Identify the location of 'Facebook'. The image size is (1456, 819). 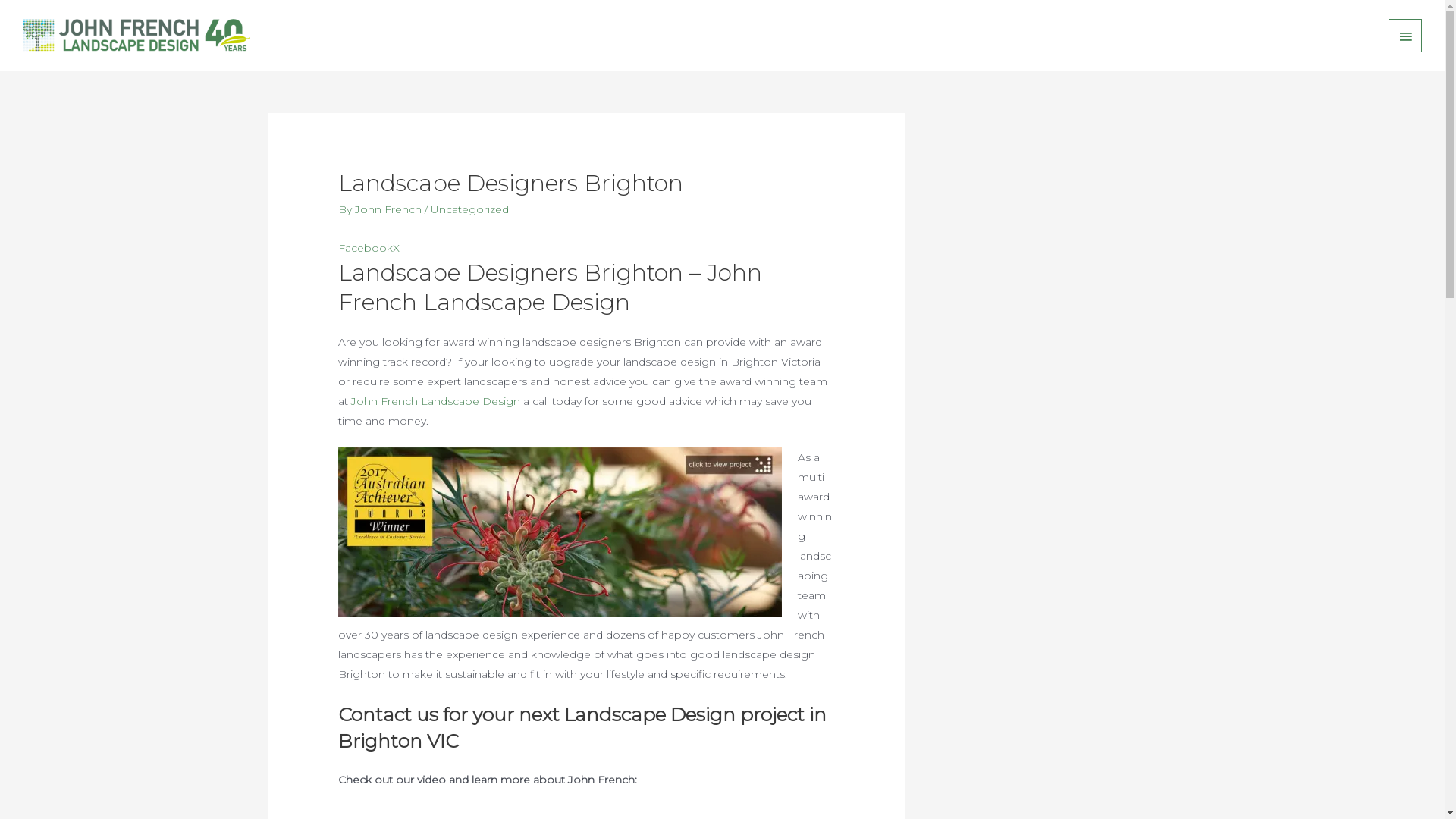
(365, 247).